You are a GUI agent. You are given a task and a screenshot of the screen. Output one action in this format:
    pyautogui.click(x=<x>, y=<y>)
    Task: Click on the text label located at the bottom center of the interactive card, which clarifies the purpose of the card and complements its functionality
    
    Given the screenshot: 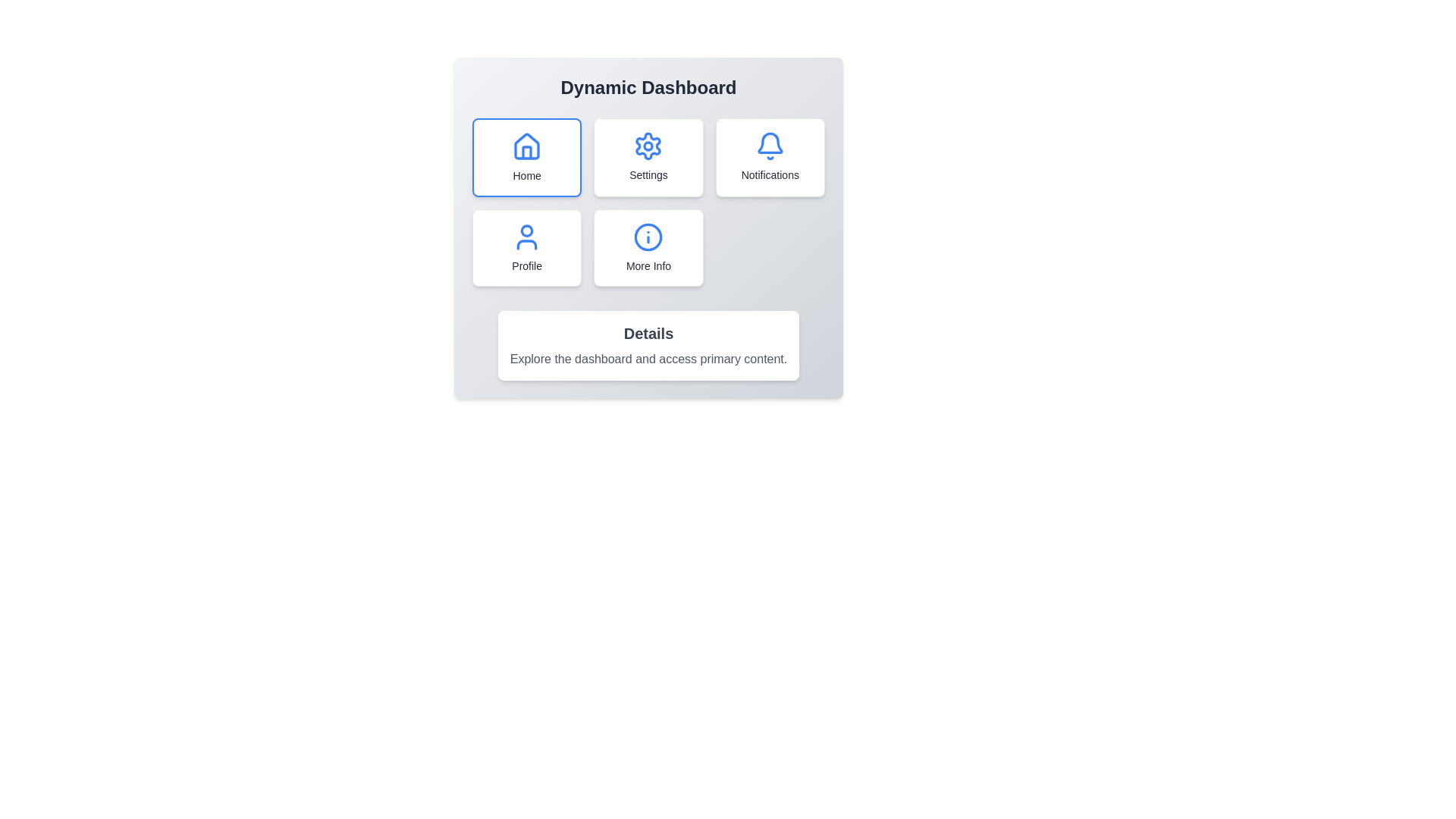 What is the action you would take?
    pyautogui.click(x=648, y=265)
    